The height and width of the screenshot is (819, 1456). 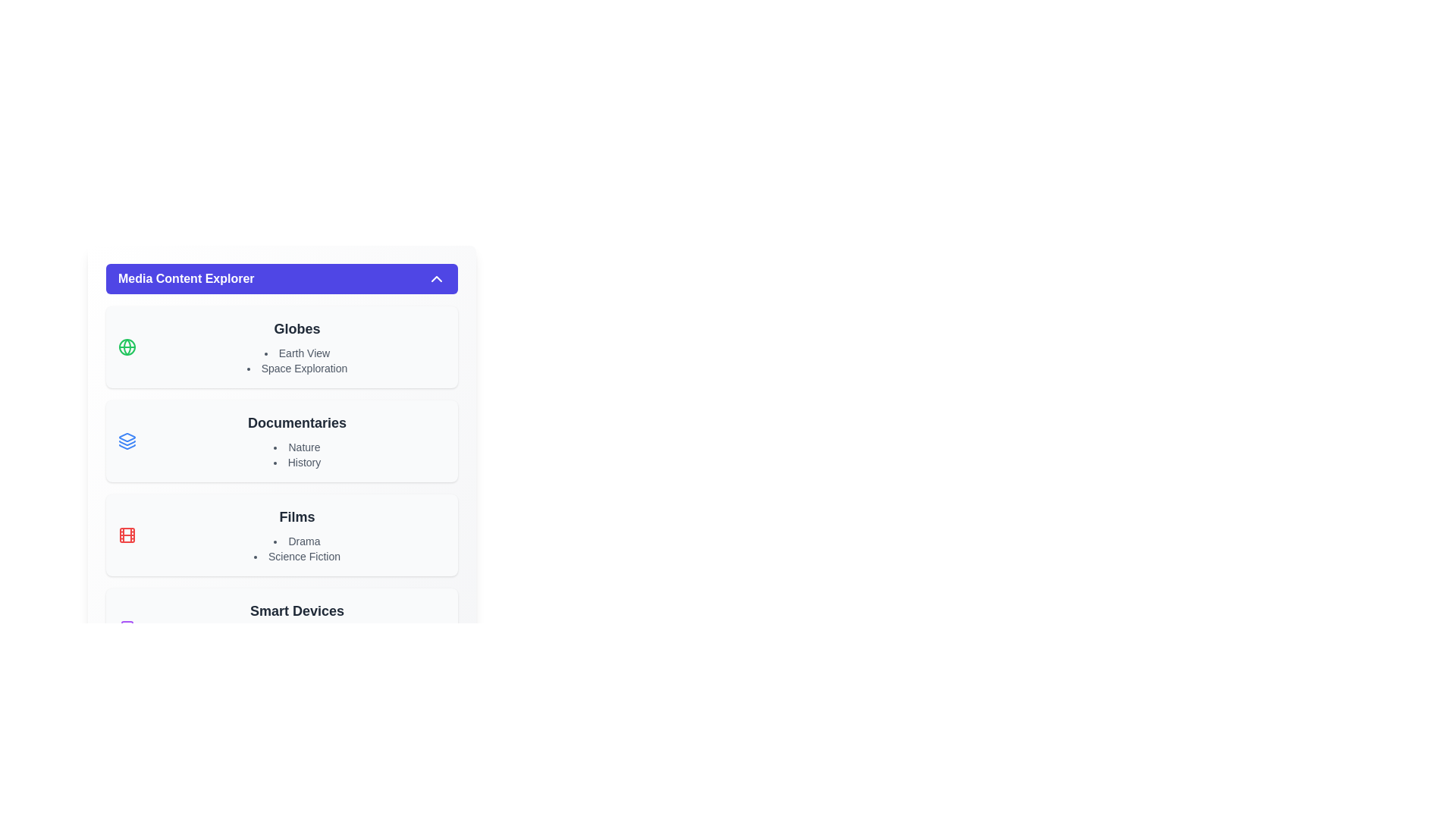 I want to click on the circular icon component of the globe located in the leftmost part of the 'Globes' section of the categorized menu interface, so click(x=127, y=347).